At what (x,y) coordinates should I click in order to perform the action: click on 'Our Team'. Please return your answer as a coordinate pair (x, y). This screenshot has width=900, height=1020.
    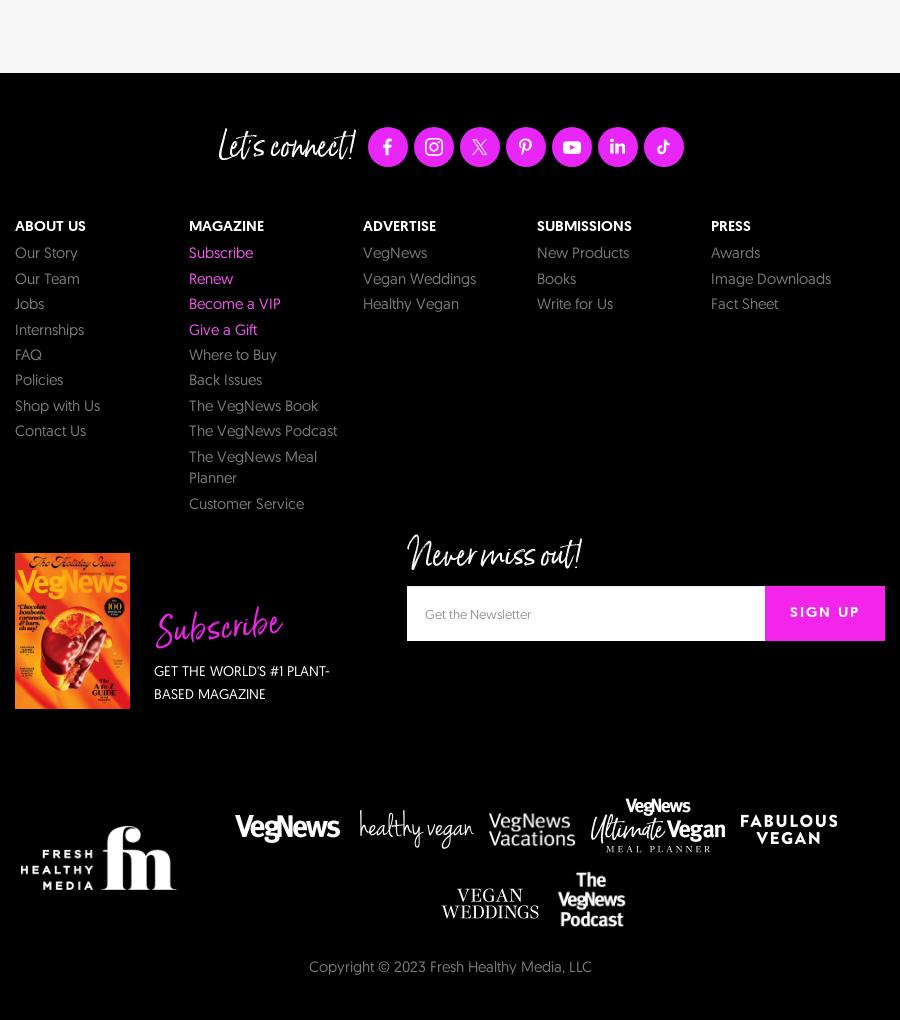
    Looking at the image, I should click on (46, 276).